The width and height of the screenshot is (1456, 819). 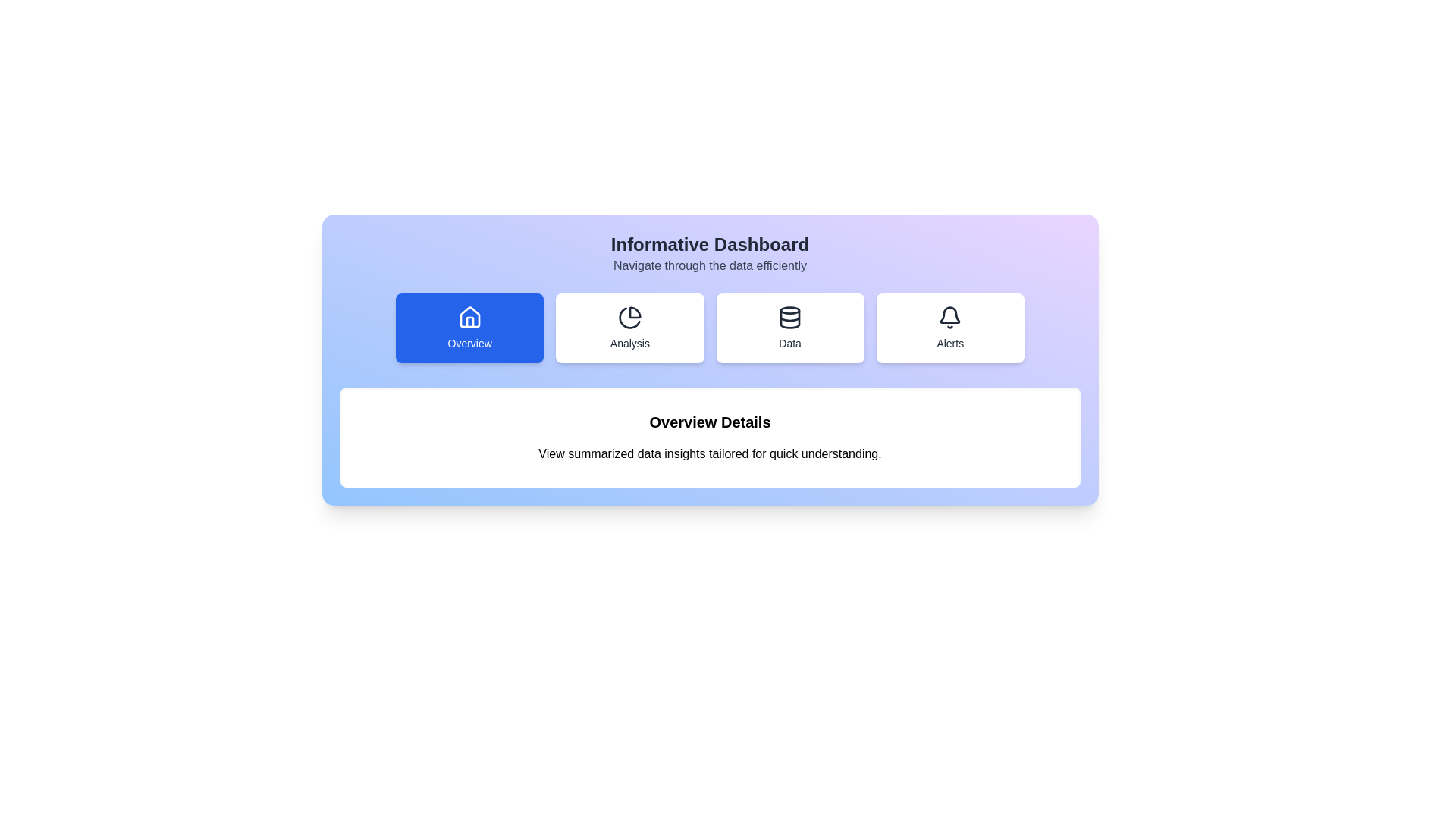 I want to click on the house-shaped icon with a white stroke and blue background located in the 'Overview' section, so click(x=469, y=317).